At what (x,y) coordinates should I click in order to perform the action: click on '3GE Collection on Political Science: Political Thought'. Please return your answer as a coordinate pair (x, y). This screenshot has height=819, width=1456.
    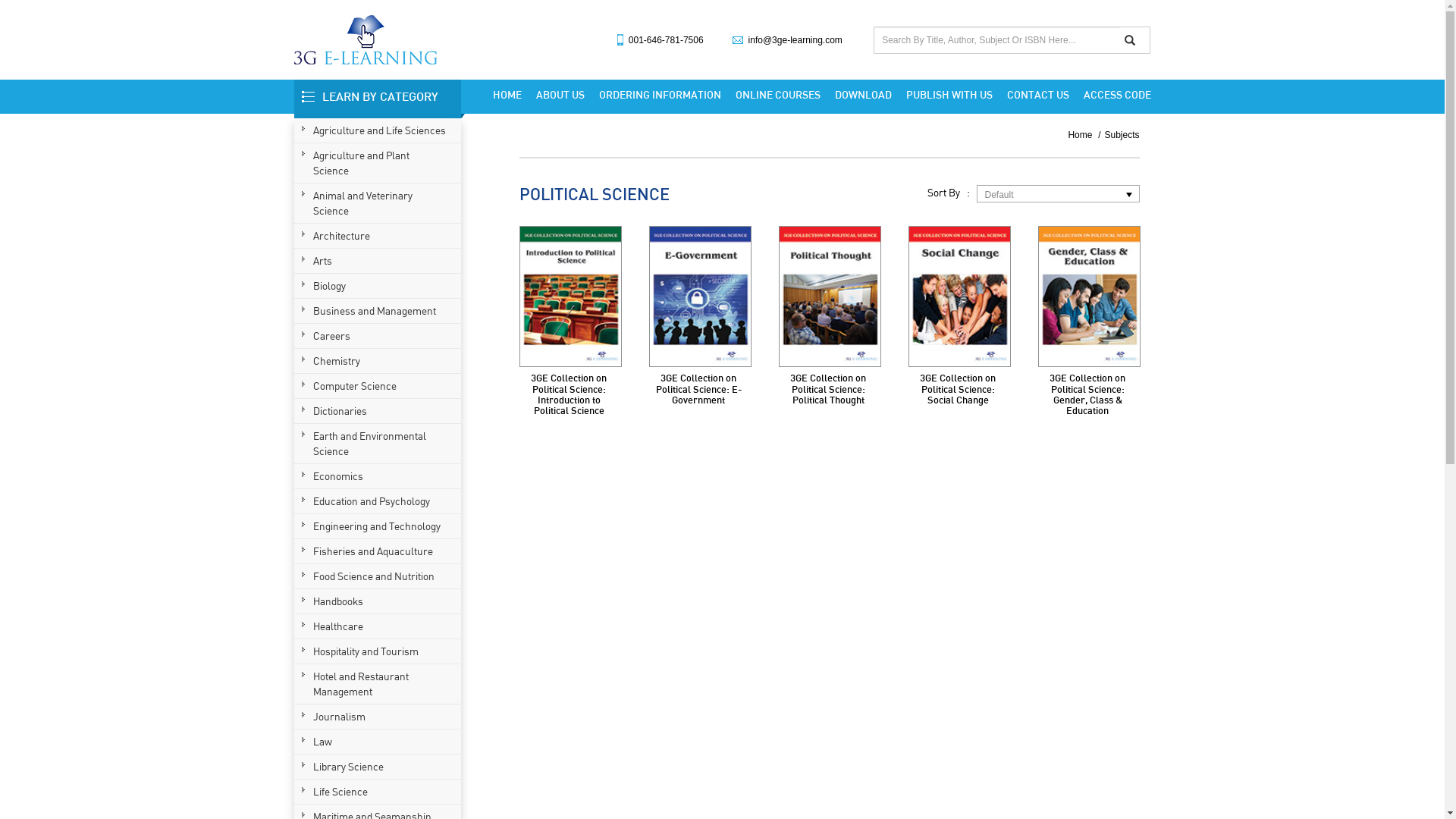
    Looking at the image, I should click on (829, 296).